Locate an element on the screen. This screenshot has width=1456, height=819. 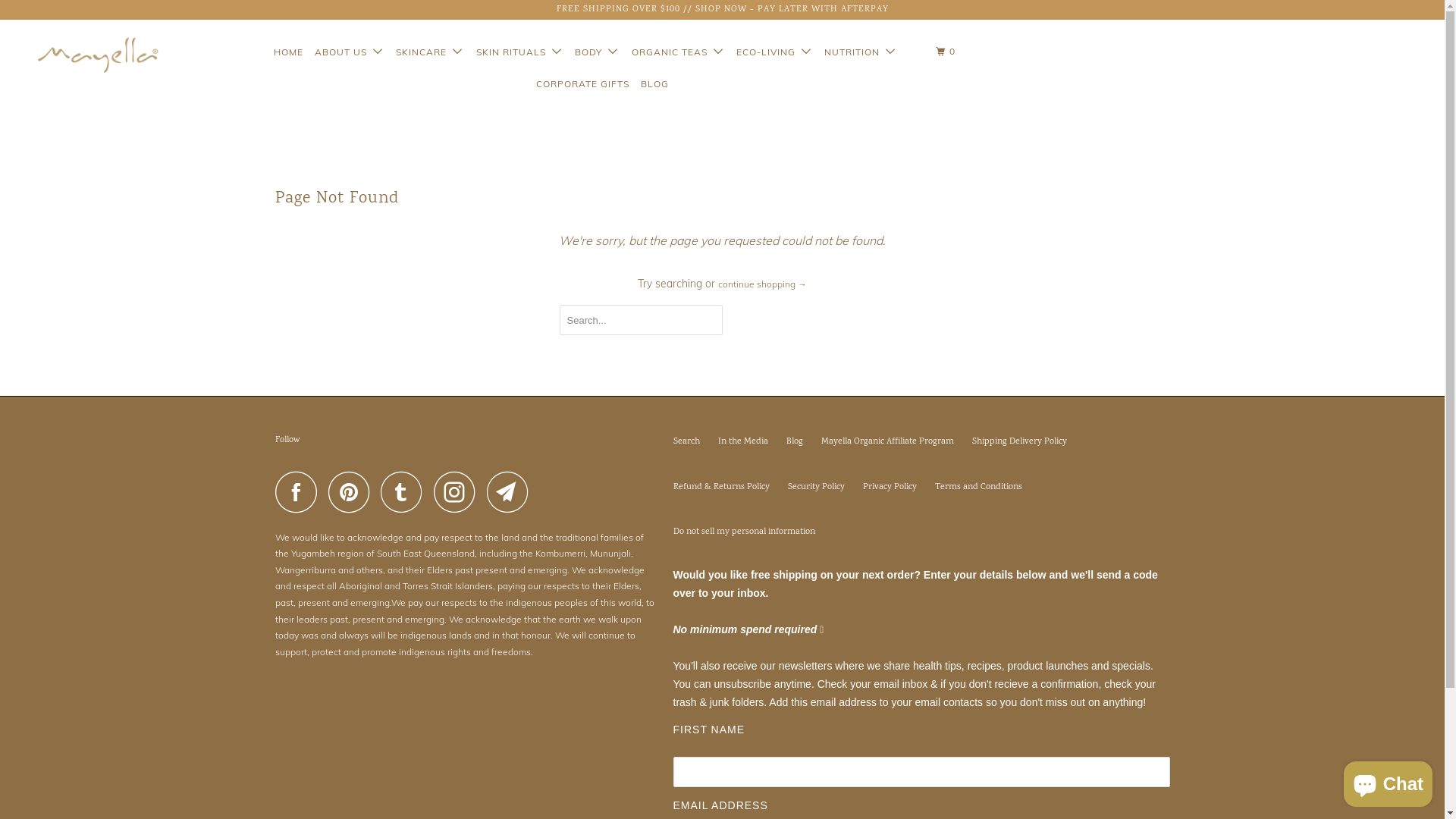
'0' is located at coordinates (946, 51).